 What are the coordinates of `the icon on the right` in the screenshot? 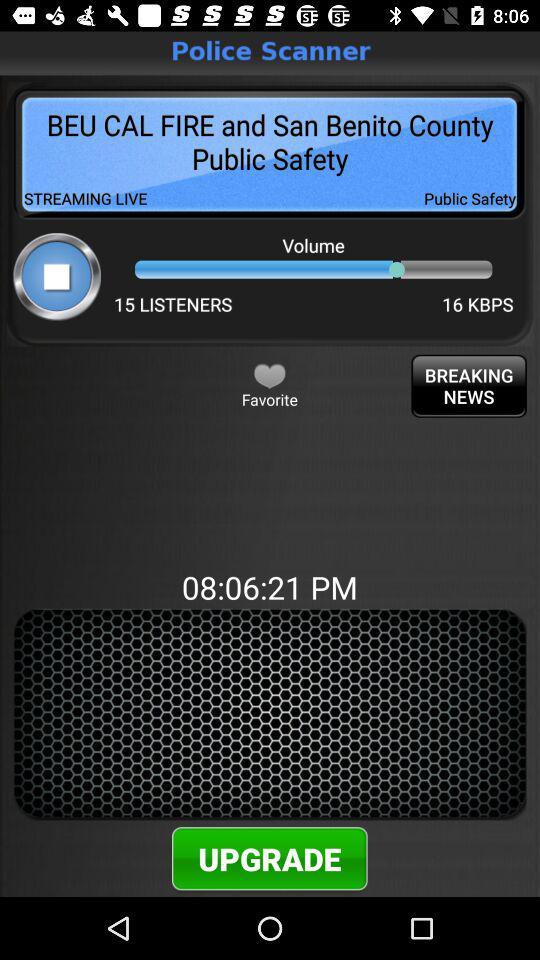 It's located at (469, 385).